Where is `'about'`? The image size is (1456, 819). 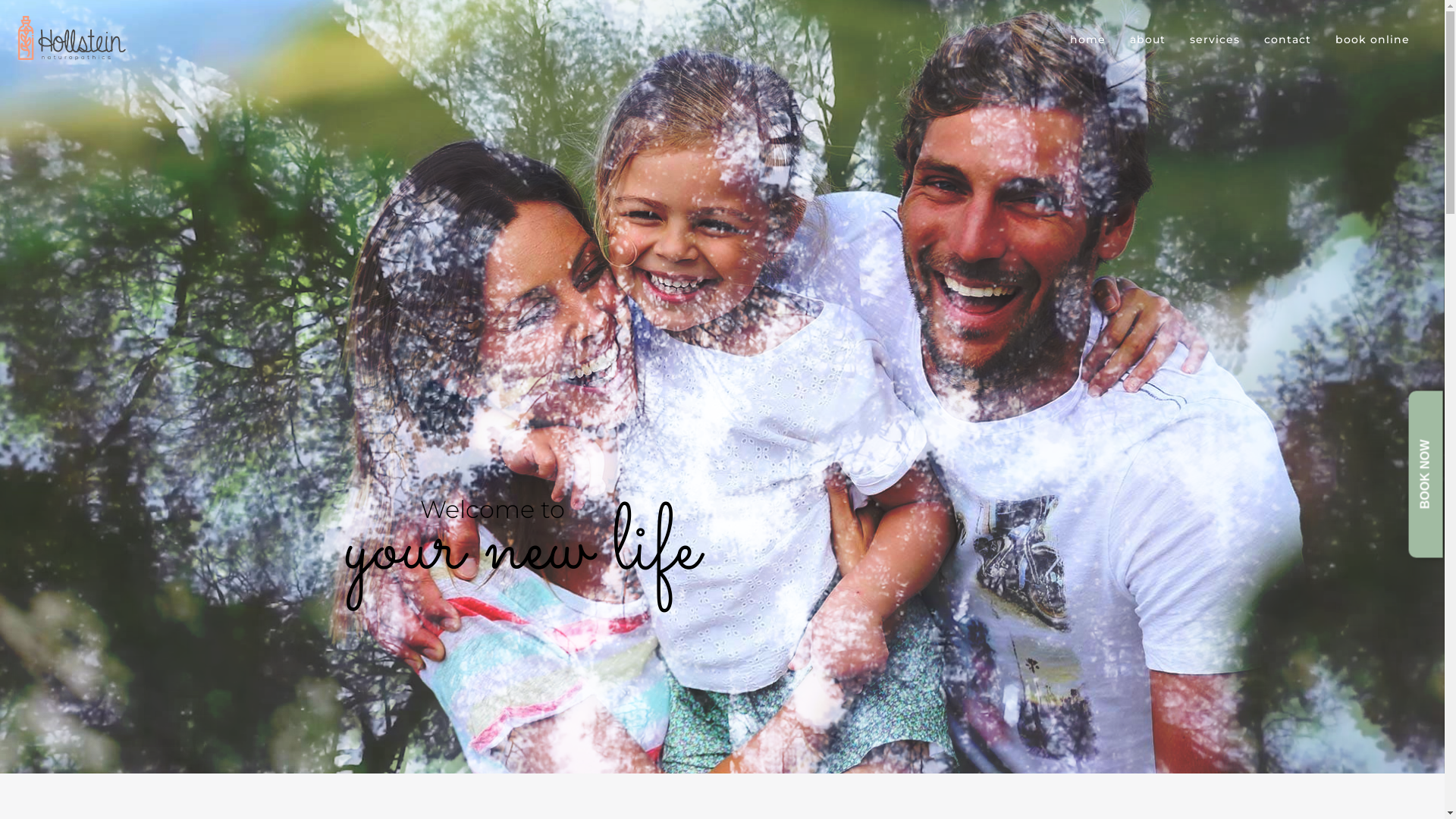 'about' is located at coordinates (1147, 37).